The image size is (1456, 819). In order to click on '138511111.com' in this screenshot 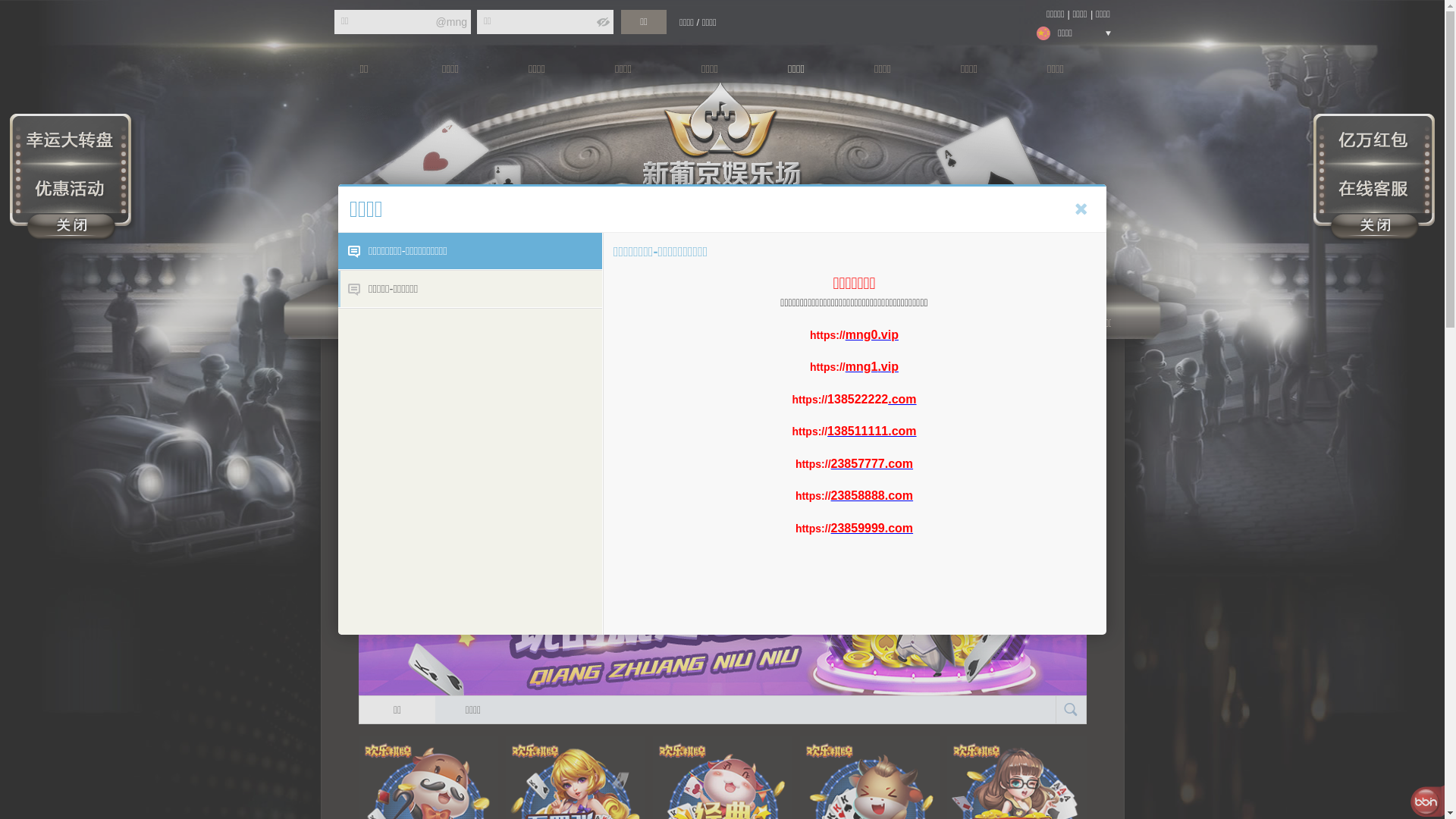, I will do `click(871, 431)`.